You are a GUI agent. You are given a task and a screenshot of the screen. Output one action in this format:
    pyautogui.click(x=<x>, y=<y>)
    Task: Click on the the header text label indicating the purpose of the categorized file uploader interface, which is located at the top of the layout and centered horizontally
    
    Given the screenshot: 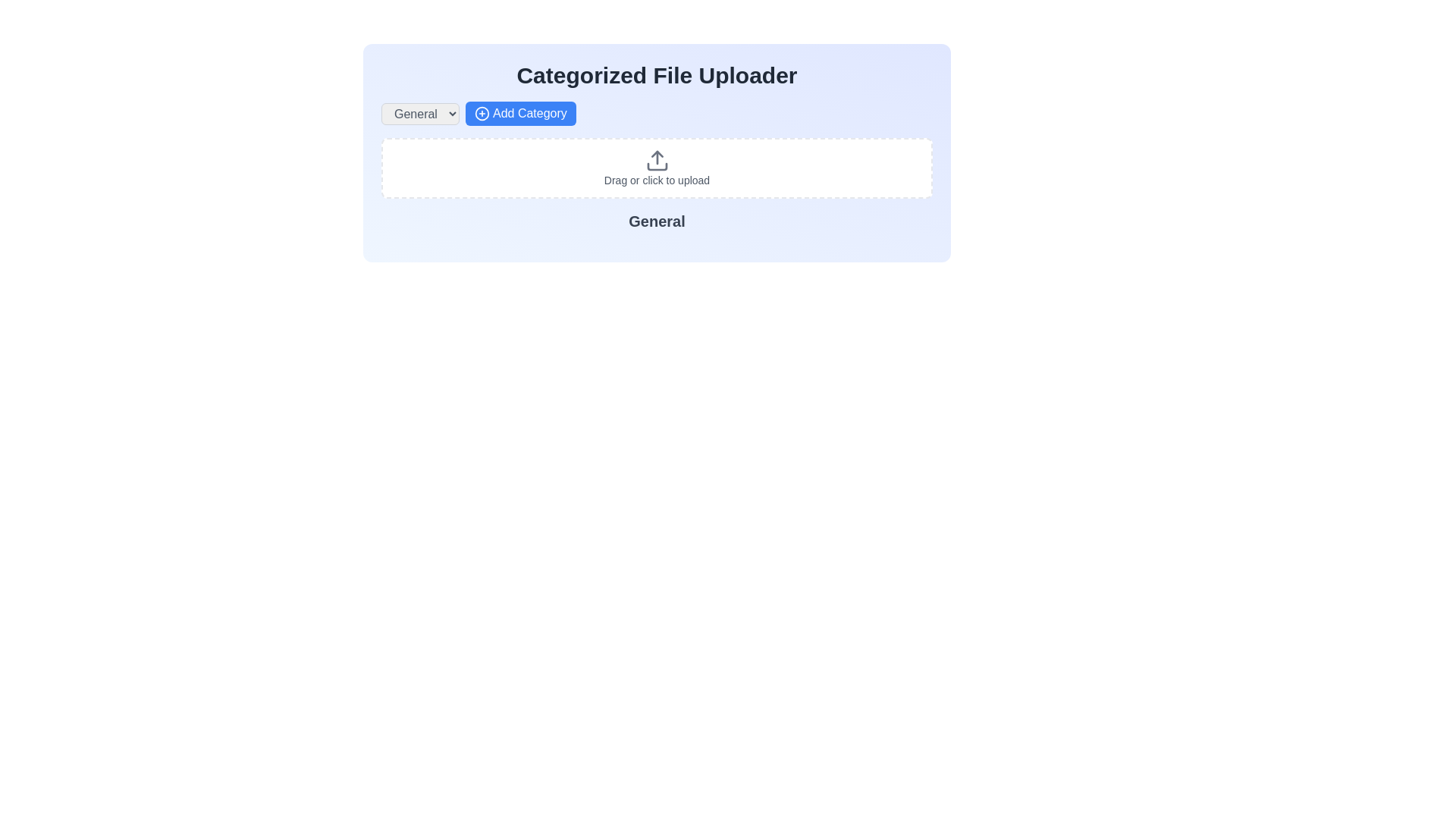 What is the action you would take?
    pyautogui.click(x=657, y=76)
    